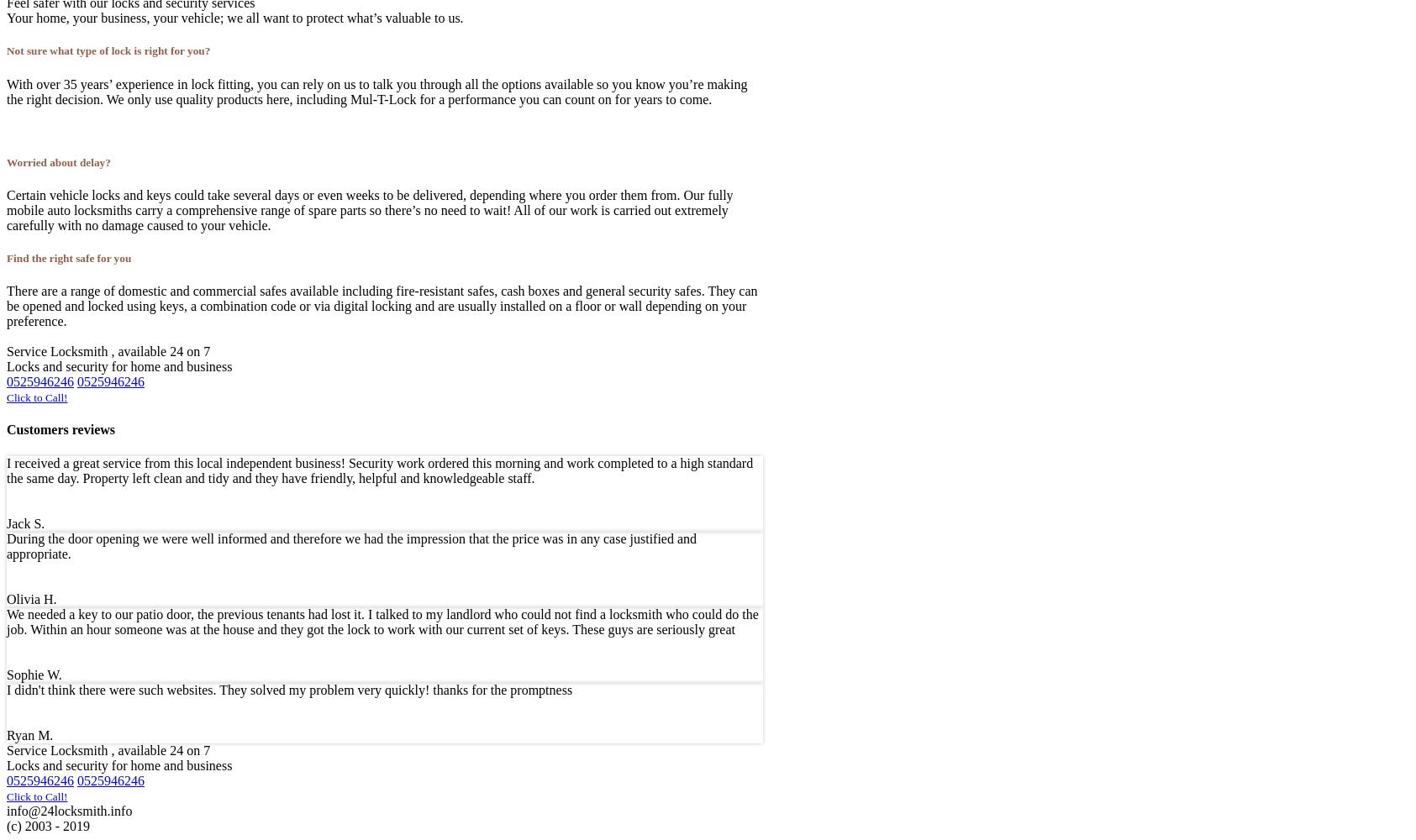  I want to click on '(с) 2003 - 2019', so click(47, 824).